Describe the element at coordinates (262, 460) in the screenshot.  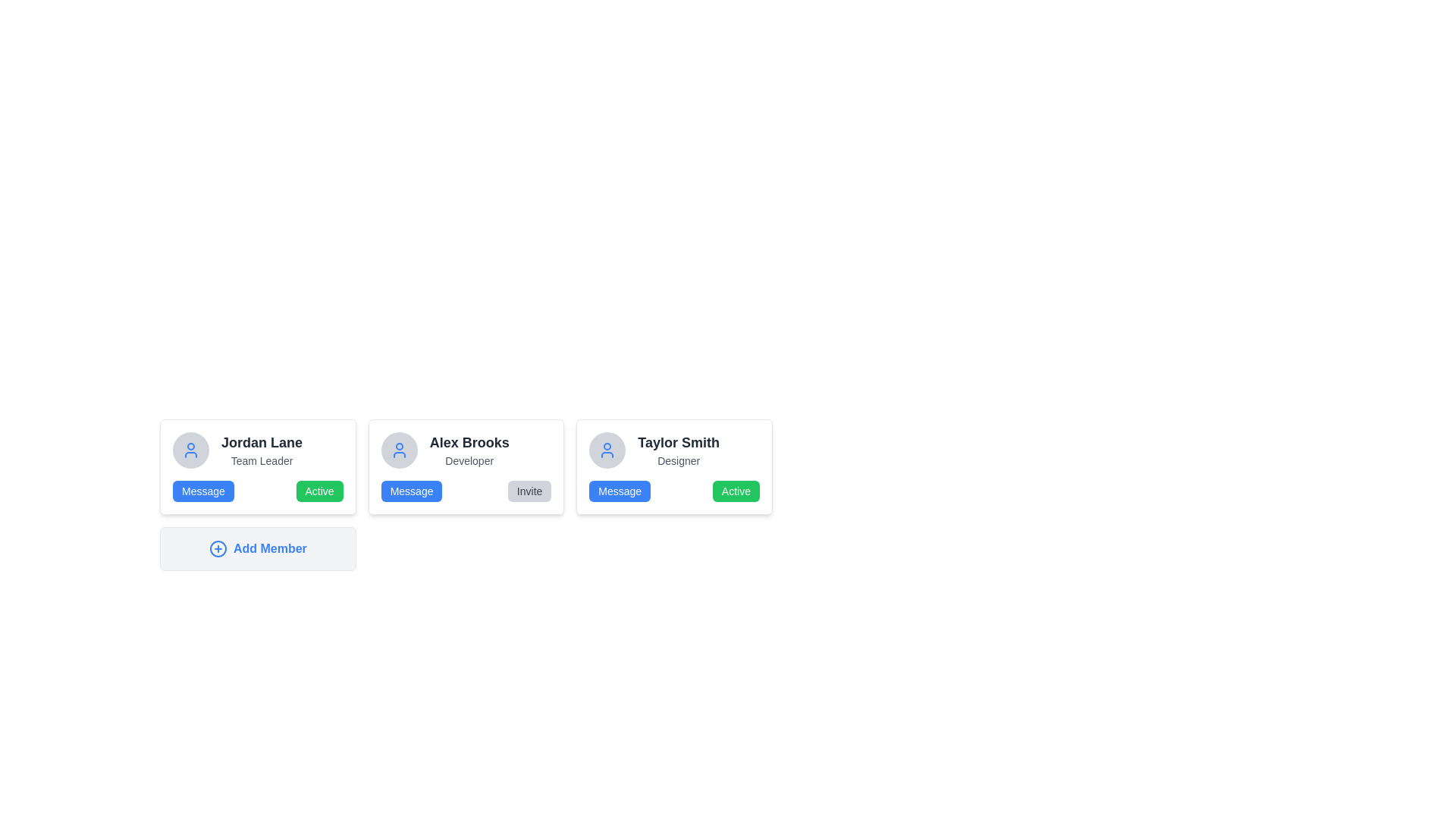
I see `the text label that provides additional role-based information about 'Jordan Lane', positioned directly below the name within the card-like structure` at that location.